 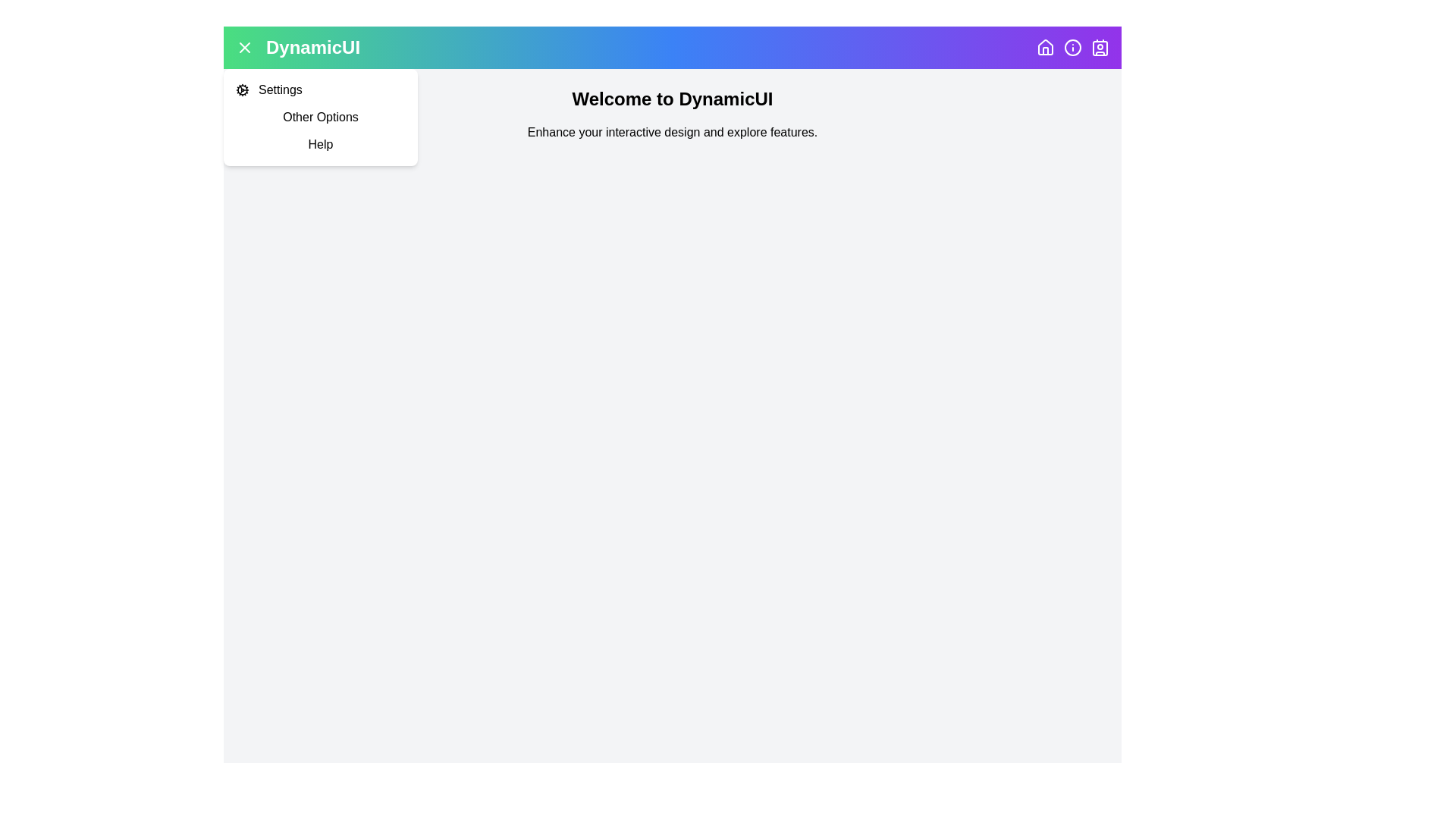 I want to click on the settings icon located to the left of the 'Settings' text in the dropdown menu, so click(x=243, y=90).